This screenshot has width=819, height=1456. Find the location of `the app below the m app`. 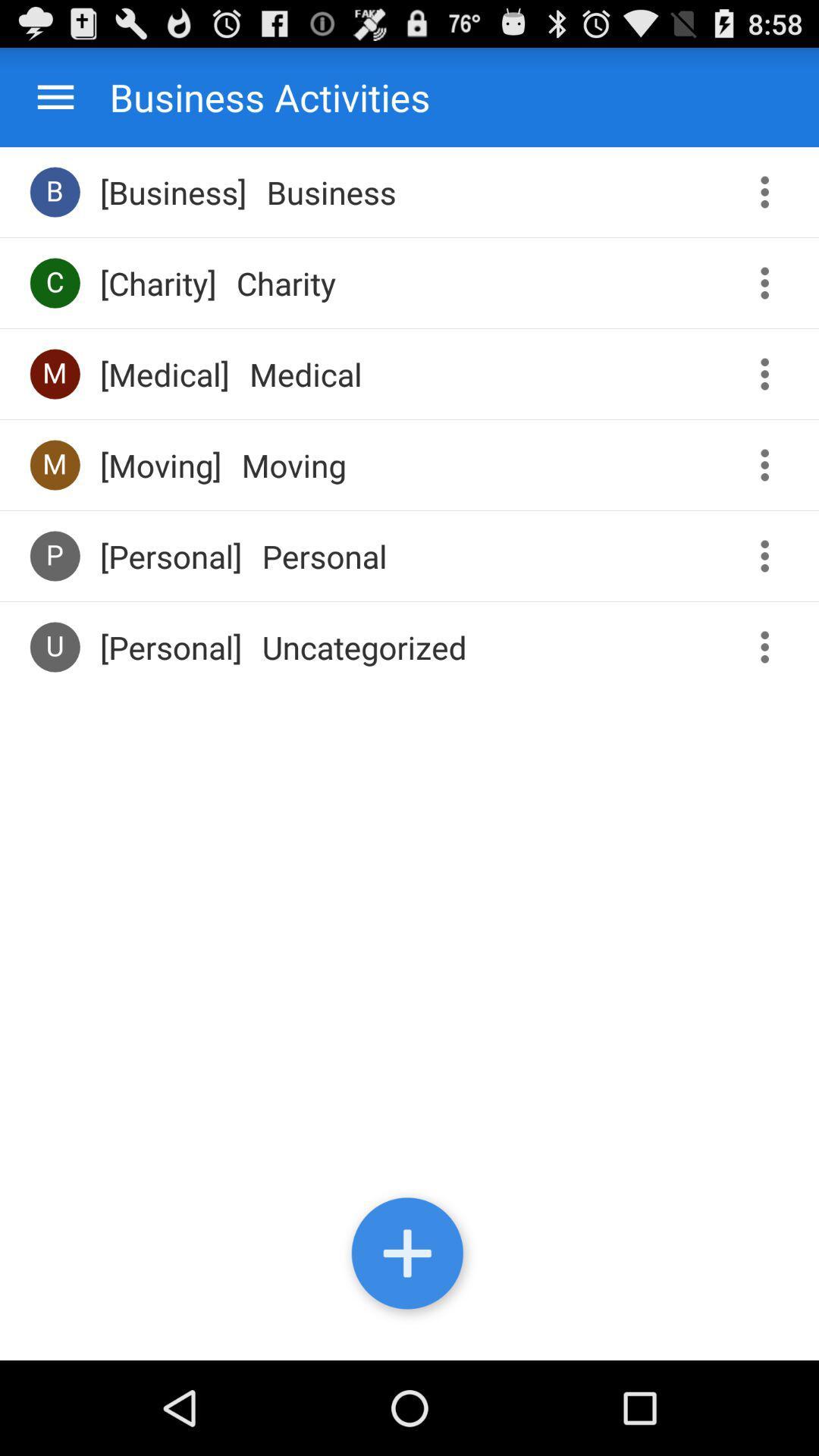

the app below the m app is located at coordinates (54, 555).